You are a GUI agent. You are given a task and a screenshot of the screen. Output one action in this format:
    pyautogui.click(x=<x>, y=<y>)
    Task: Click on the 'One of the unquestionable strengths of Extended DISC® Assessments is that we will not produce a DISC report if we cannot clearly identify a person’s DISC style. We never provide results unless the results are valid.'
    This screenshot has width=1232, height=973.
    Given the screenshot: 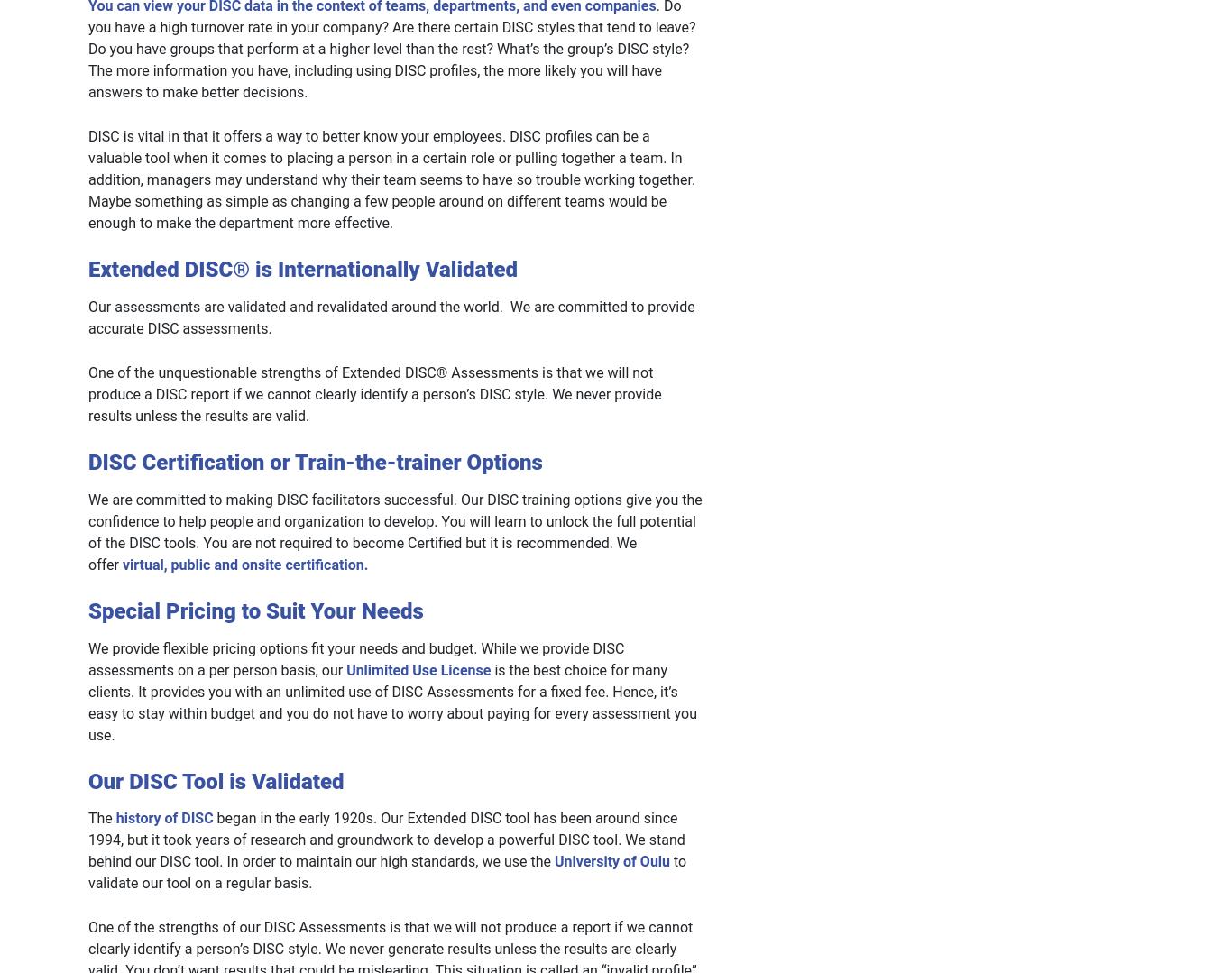 What is the action you would take?
    pyautogui.click(x=373, y=393)
    